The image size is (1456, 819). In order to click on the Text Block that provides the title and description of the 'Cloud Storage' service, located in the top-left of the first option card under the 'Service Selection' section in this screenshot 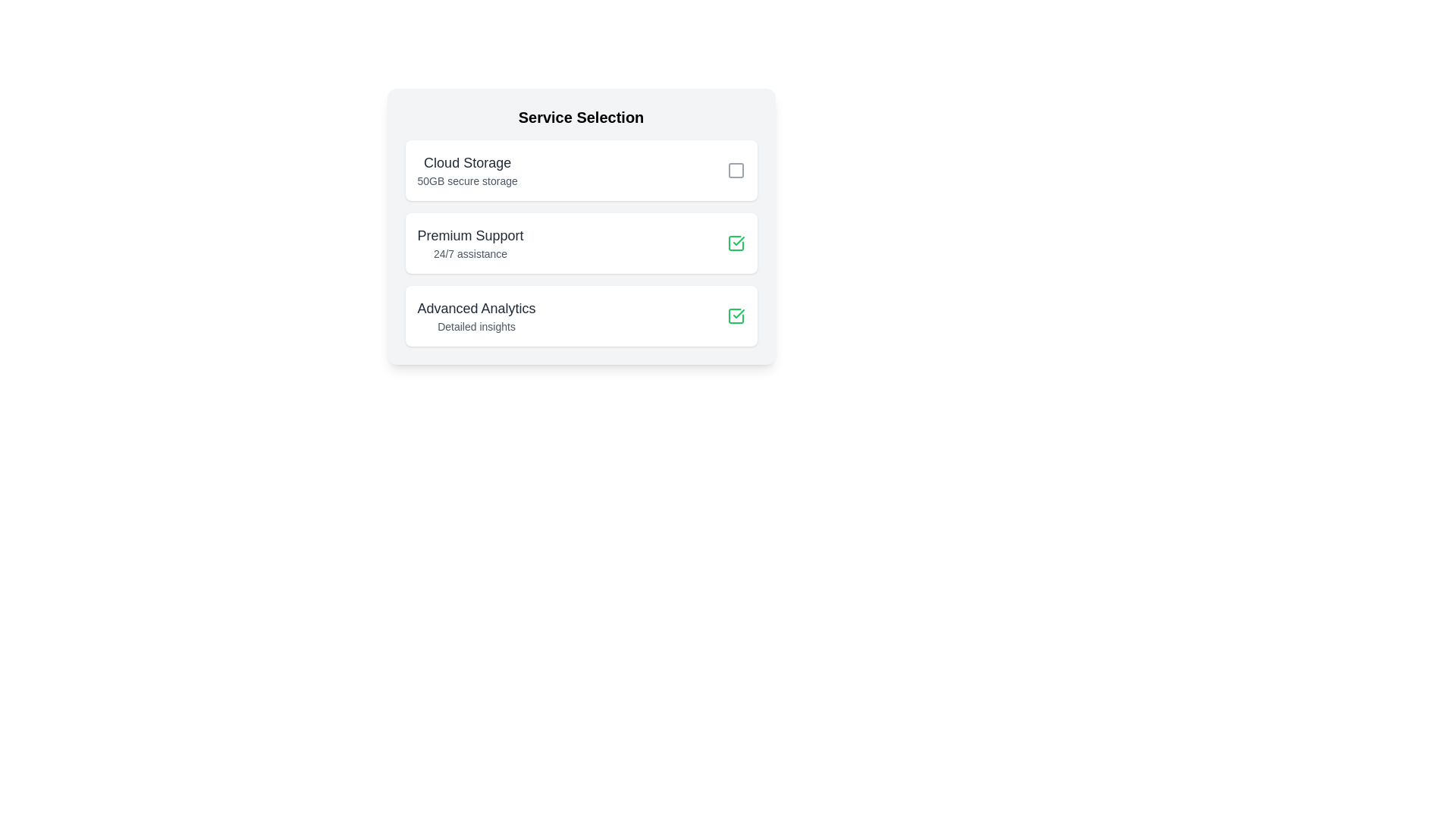, I will do `click(466, 170)`.